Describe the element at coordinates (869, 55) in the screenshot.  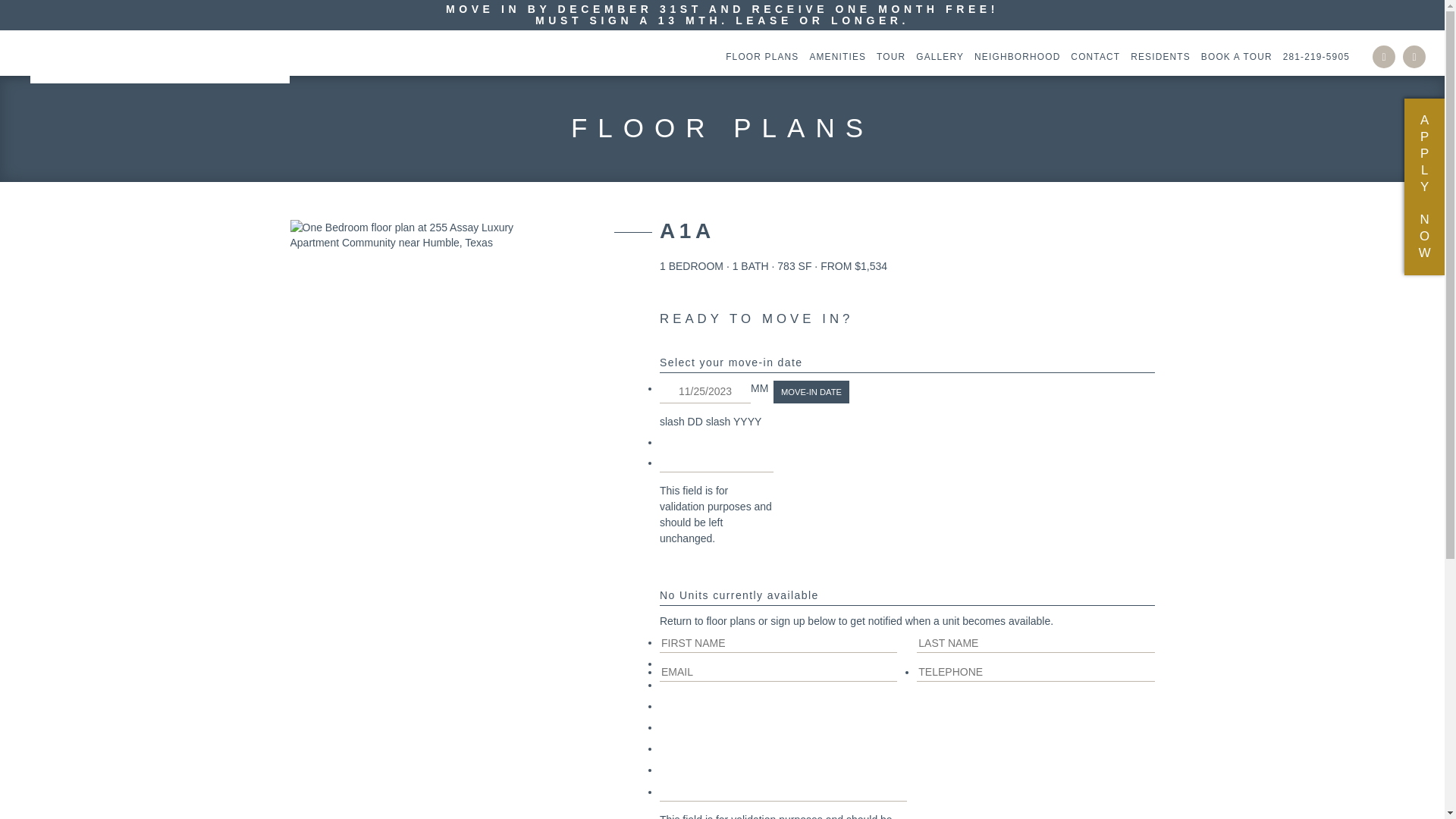
I see `'TOUR'` at that location.